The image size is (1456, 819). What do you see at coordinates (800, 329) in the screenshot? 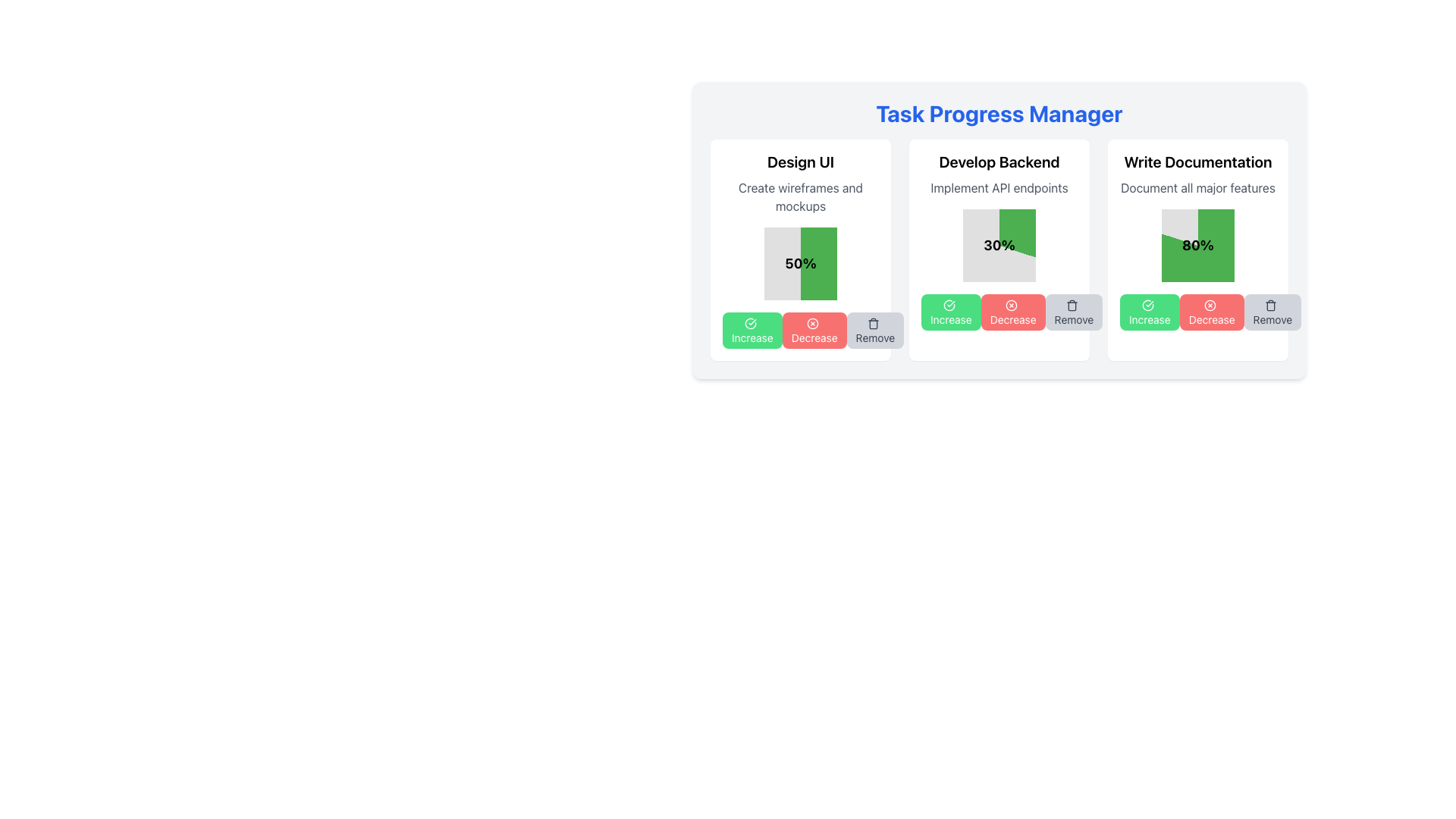
I see `the 'Decrease' button, which is a rectangular button with a red background and white text, positioned in the middle of three buttons ('Increase', 'Decrease', 'Remove') within the 'Design UI' card` at bounding box center [800, 329].